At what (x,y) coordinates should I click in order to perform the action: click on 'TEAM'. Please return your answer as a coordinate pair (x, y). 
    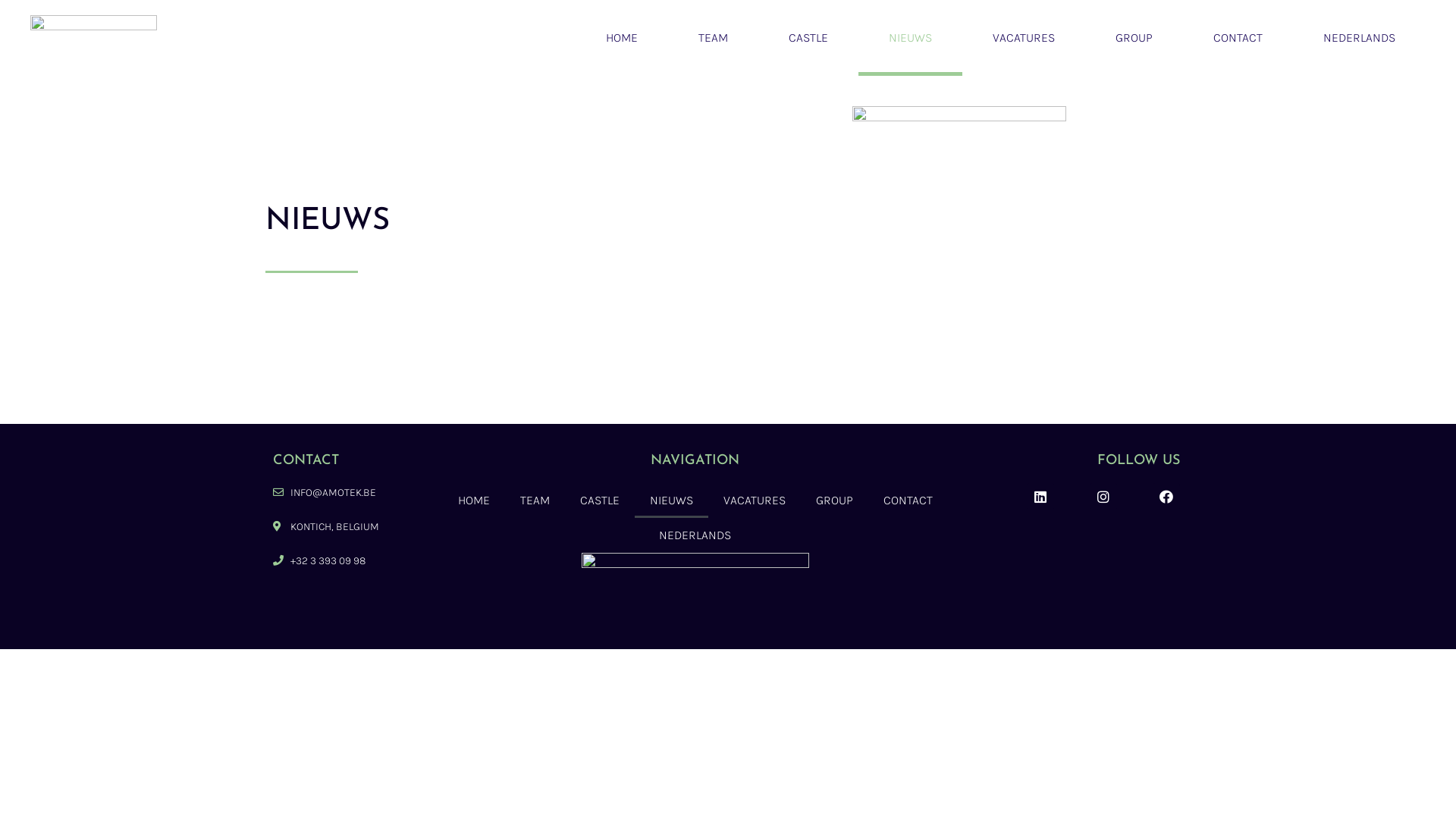
    Looking at the image, I should click on (712, 37).